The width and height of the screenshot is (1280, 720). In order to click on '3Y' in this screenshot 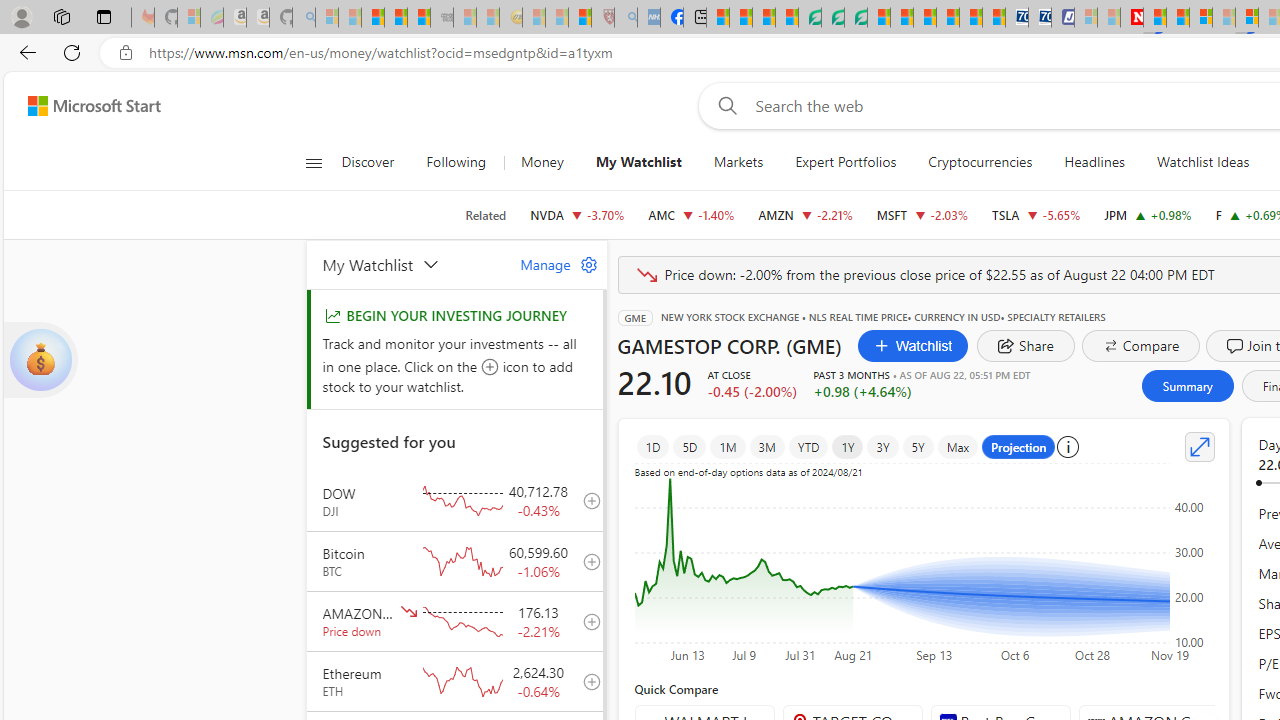, I will do `click(881, 446)`.